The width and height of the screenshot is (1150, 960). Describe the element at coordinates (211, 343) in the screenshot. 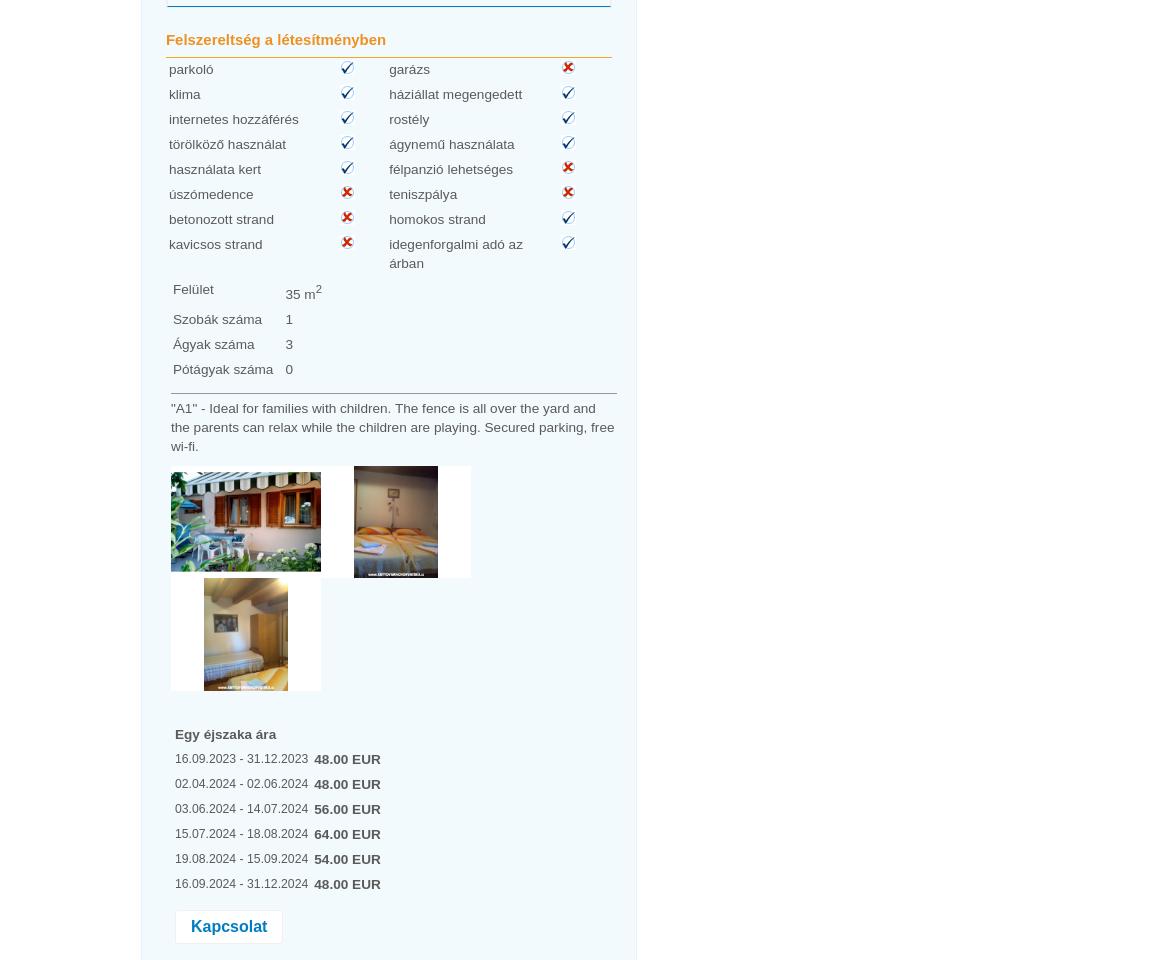

I see `'Ágyak száma'` at that location.